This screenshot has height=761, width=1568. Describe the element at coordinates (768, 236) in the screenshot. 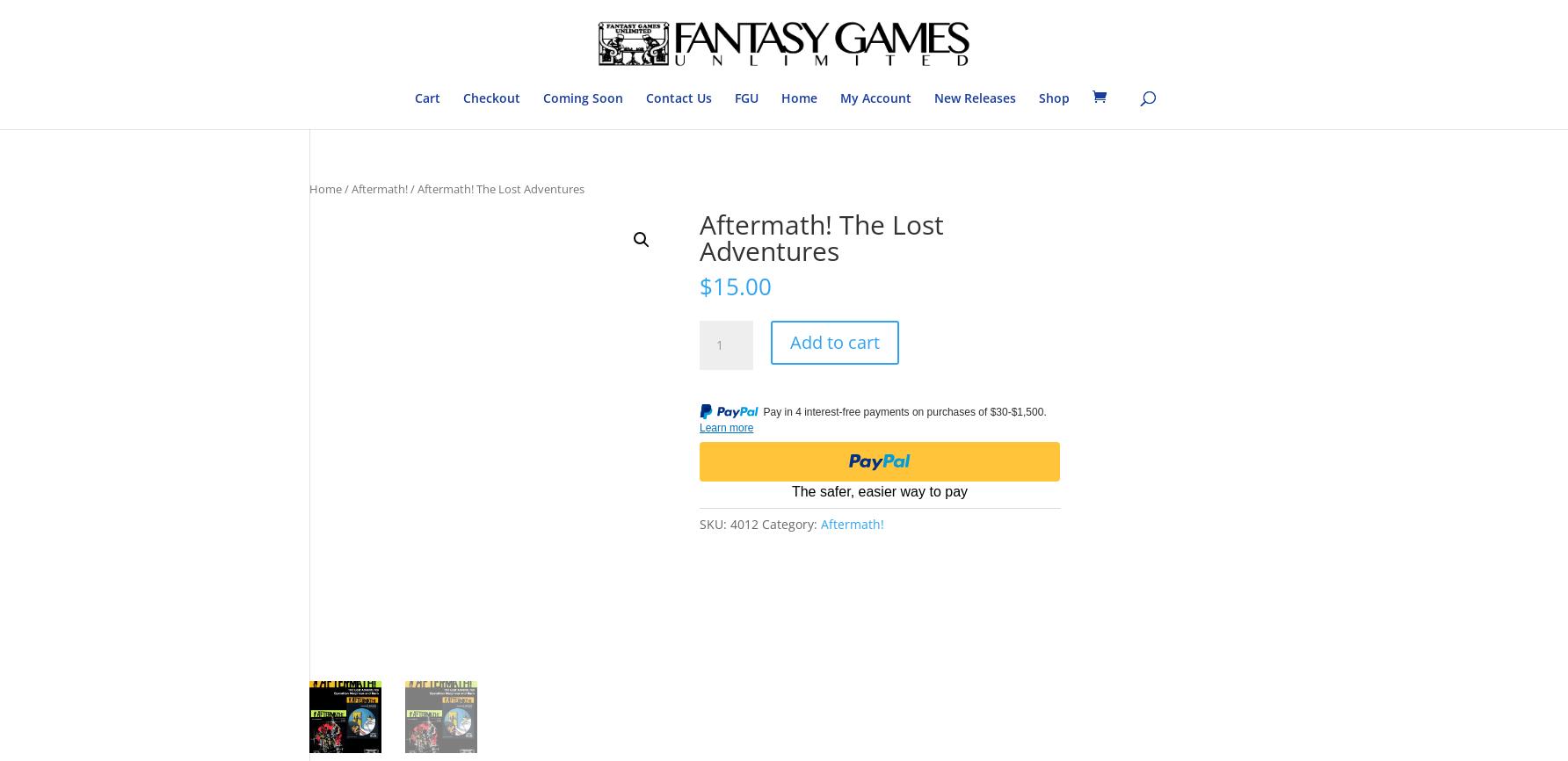

I see `'Daredevils'` at that location.